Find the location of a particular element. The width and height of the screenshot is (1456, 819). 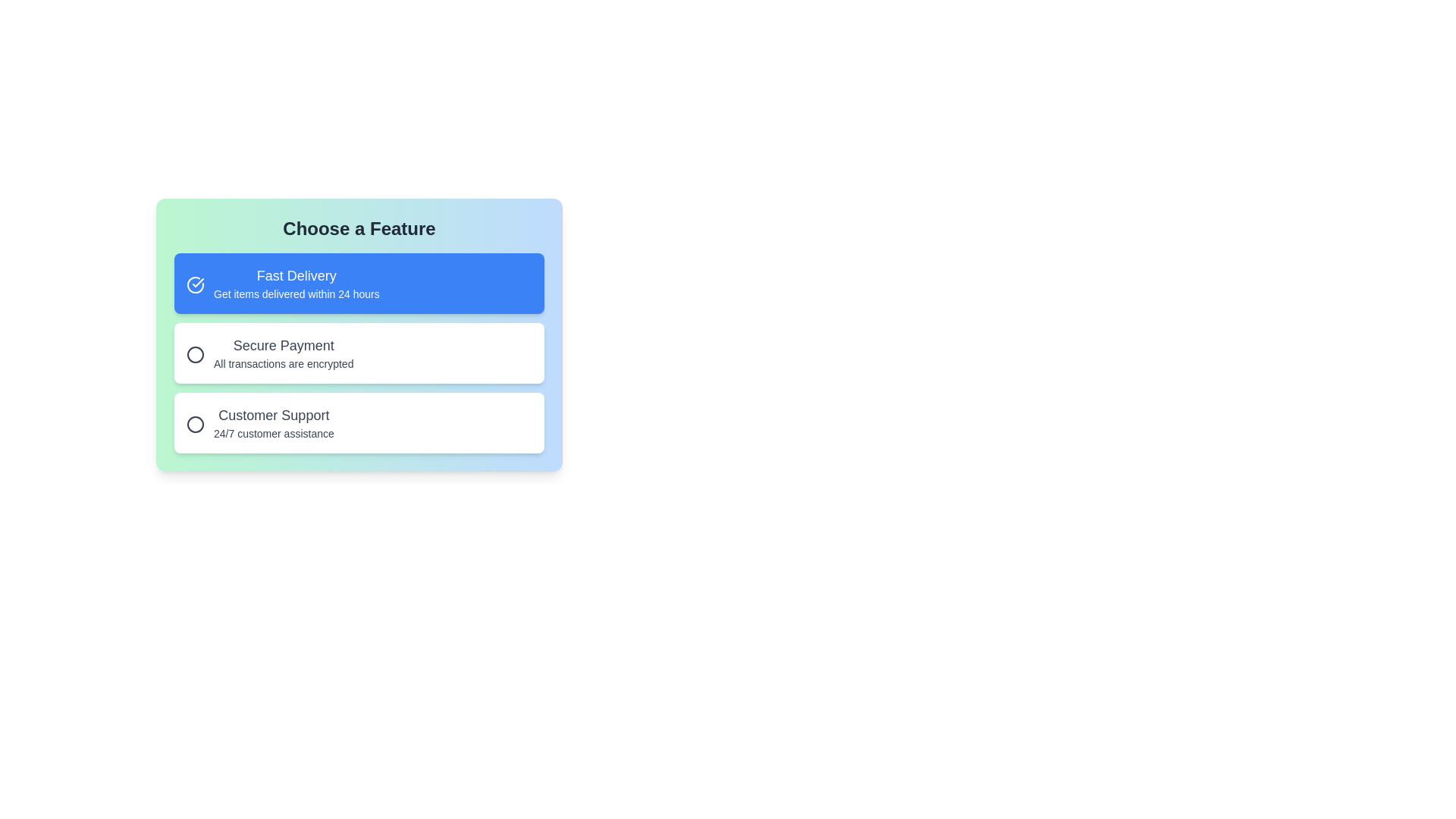

the descriptive text label for the 'Customer Support' option, which provides details about the service availability is located at coordinates (274, 433).